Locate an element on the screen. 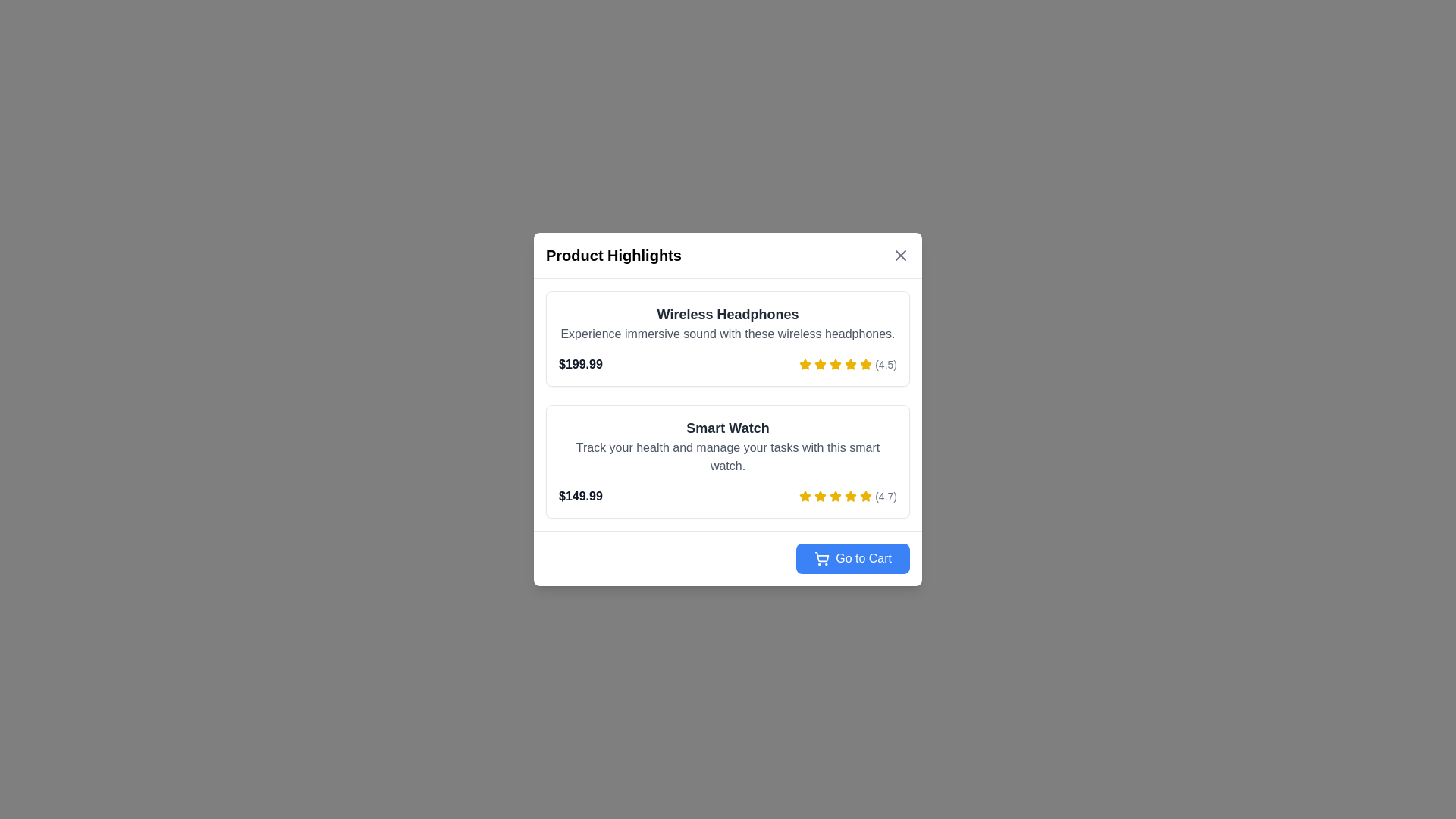  attributes of the fifth star icon representing a product rating of 4.7 for the 'Smart Watch' product is located at coordinates (866, 497).